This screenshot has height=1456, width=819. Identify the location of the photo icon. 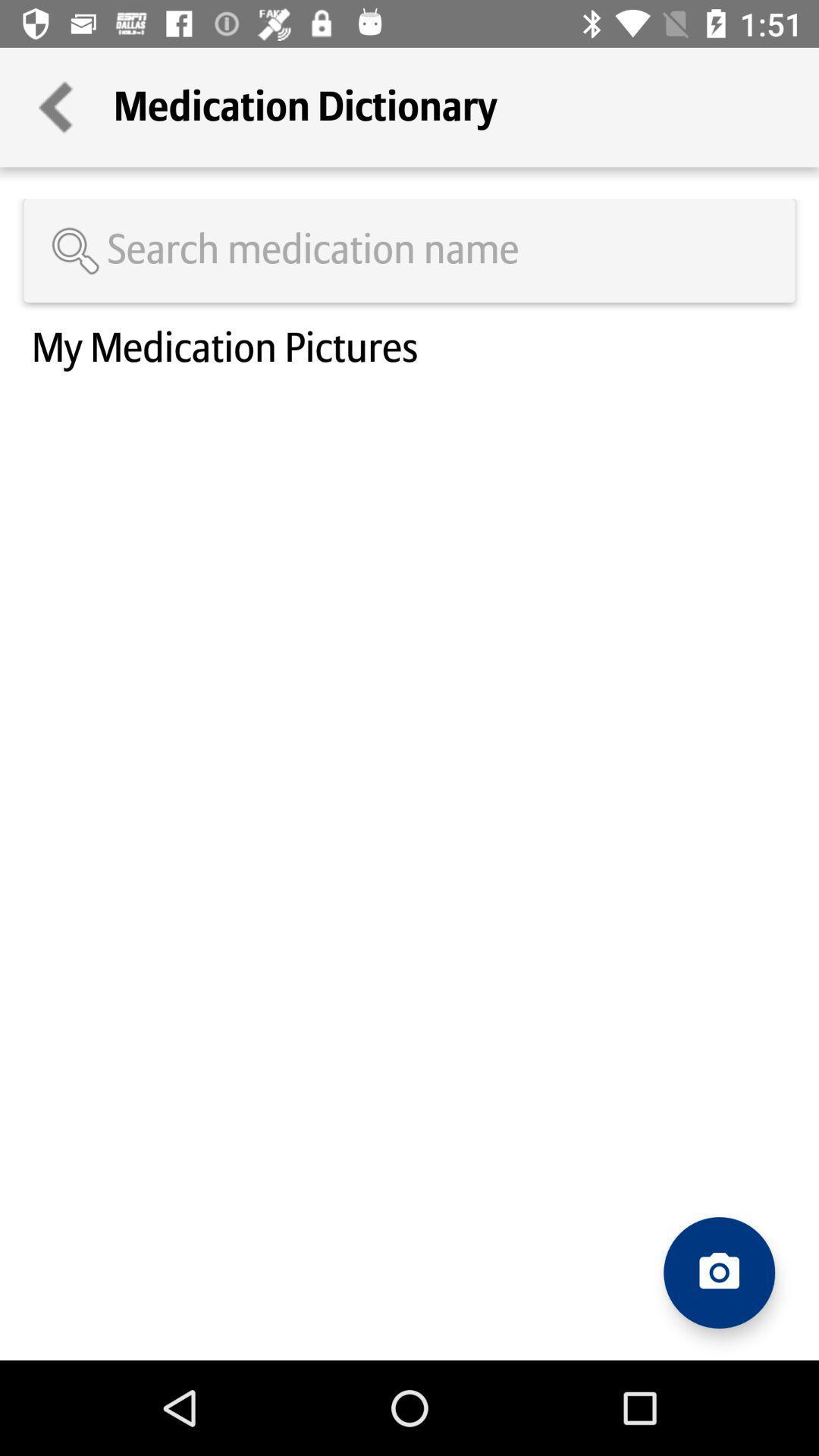
(718, 1272).